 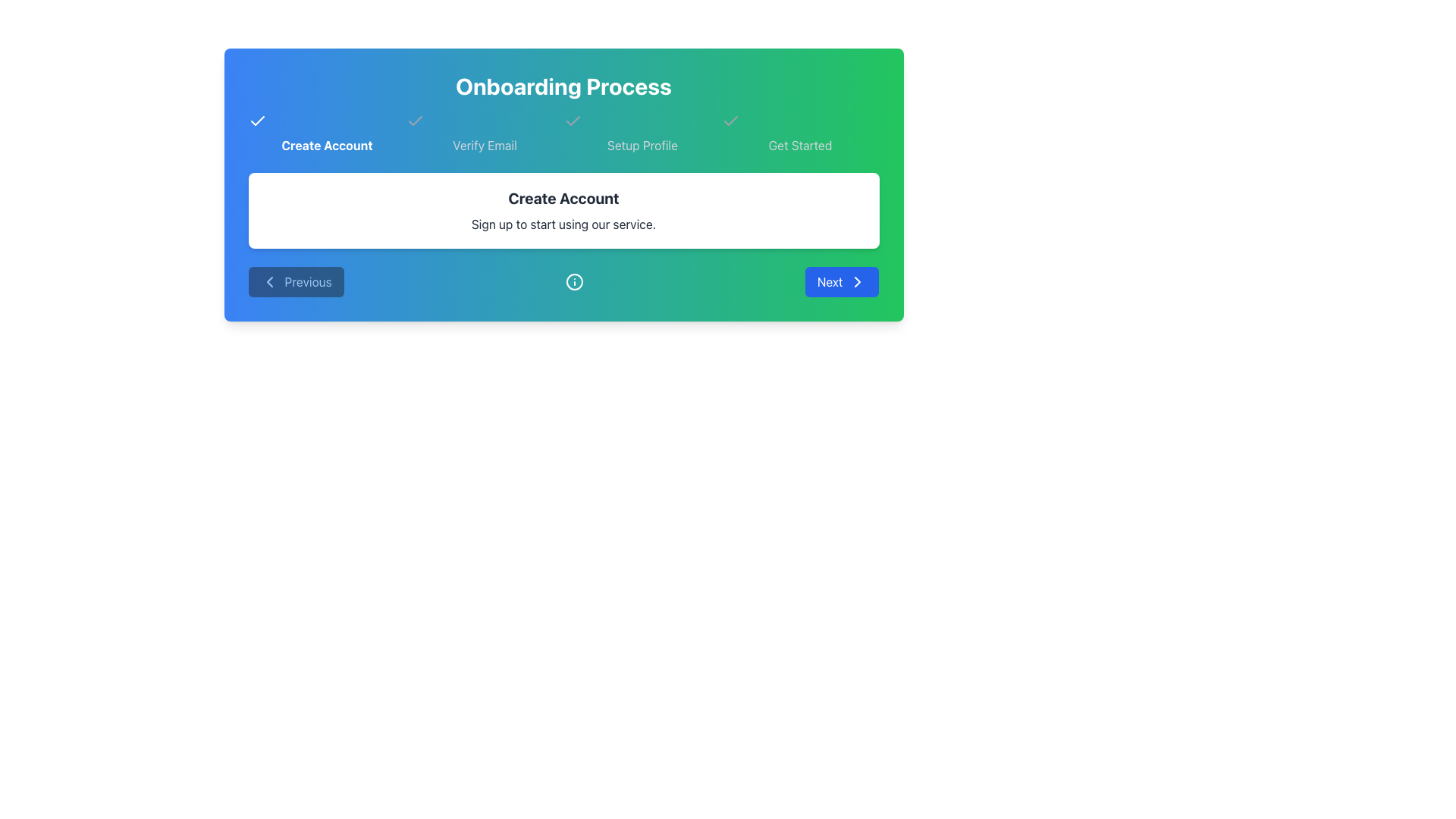 What do you see at coordinates (484, 146) in the screenshot?
I see `the 'Verify Email' text label, which is styled in white text against a gradient background, positioned second in the horizontal step indicator bar under 'Onboarding Process'` at bounding box center [484, 146].